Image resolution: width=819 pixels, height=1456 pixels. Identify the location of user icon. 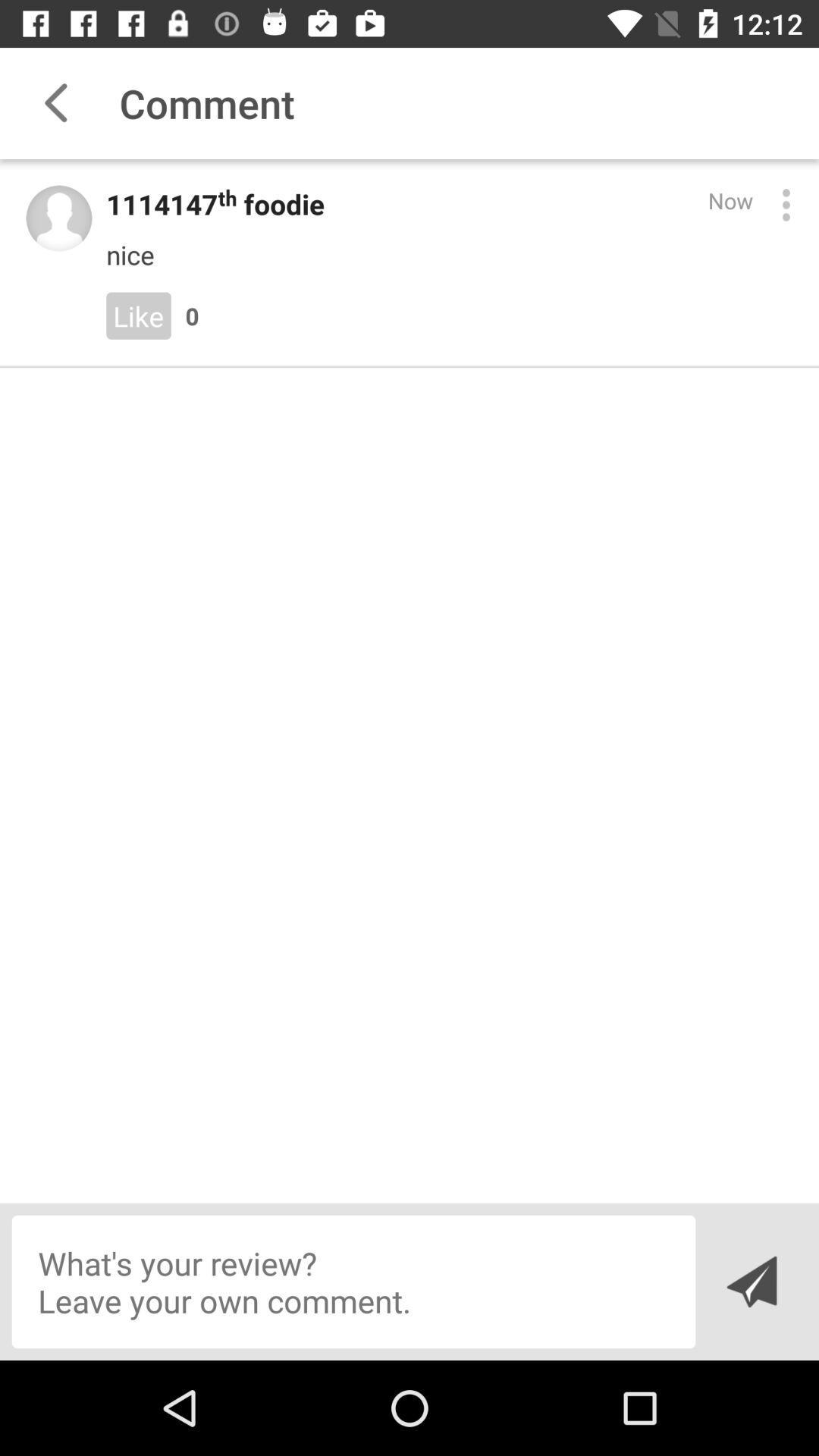
(58, 218).